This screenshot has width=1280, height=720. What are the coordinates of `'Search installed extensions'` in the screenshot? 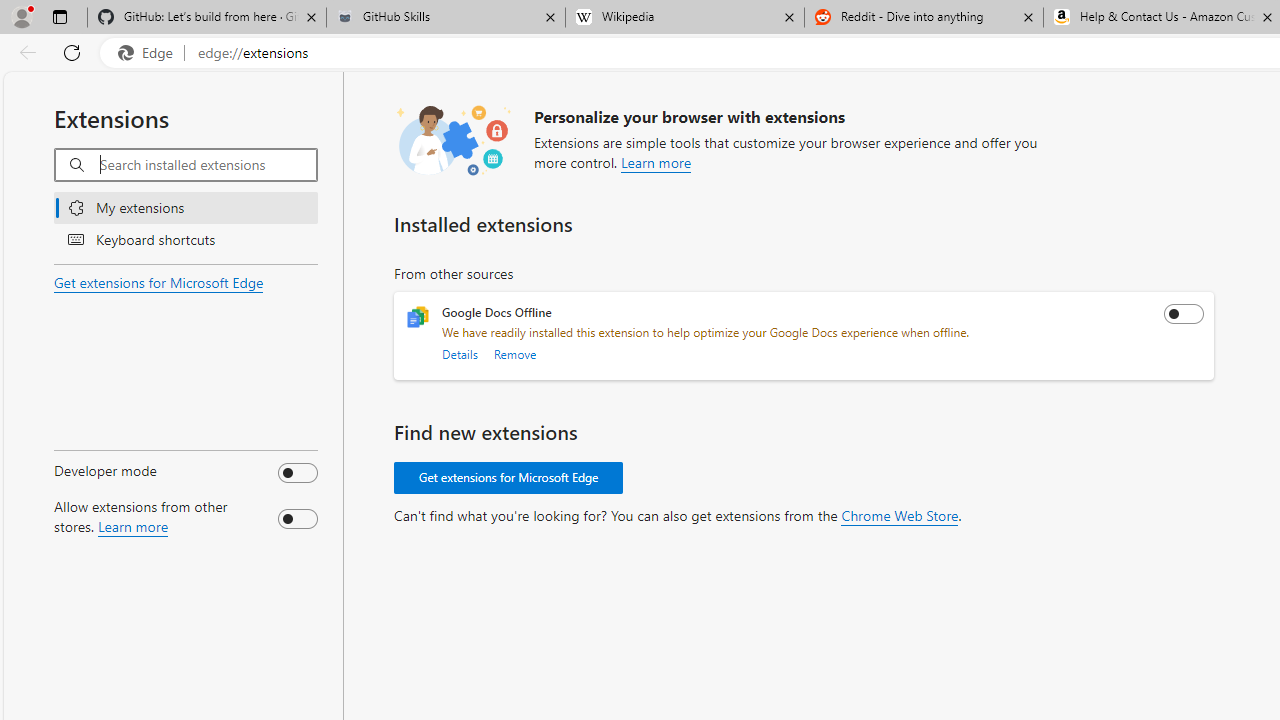 It's located at (208, 164).